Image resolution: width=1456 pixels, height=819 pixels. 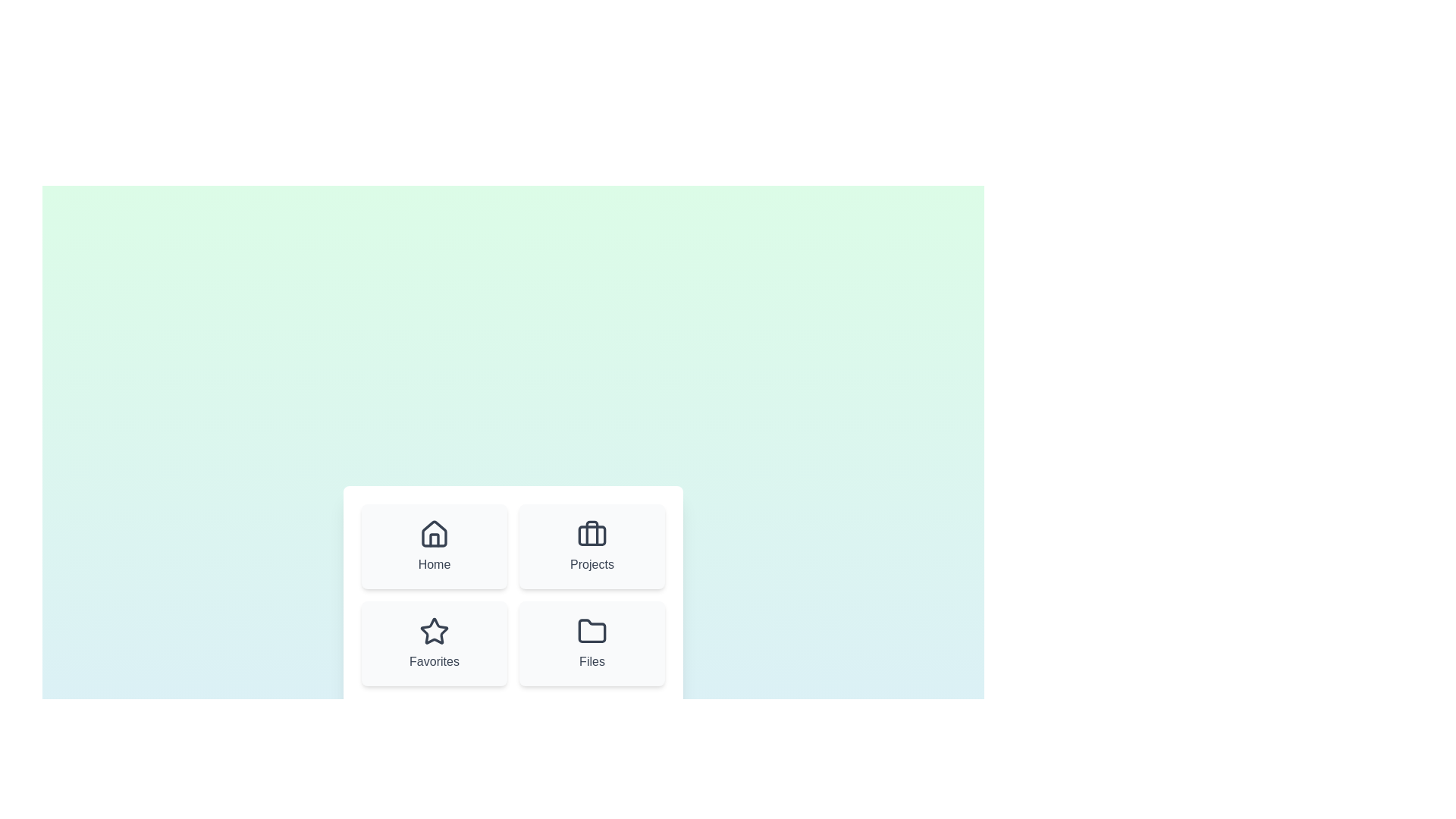 I want to click on the menu item labeled Home to activate it, so click(x=433, y=547).